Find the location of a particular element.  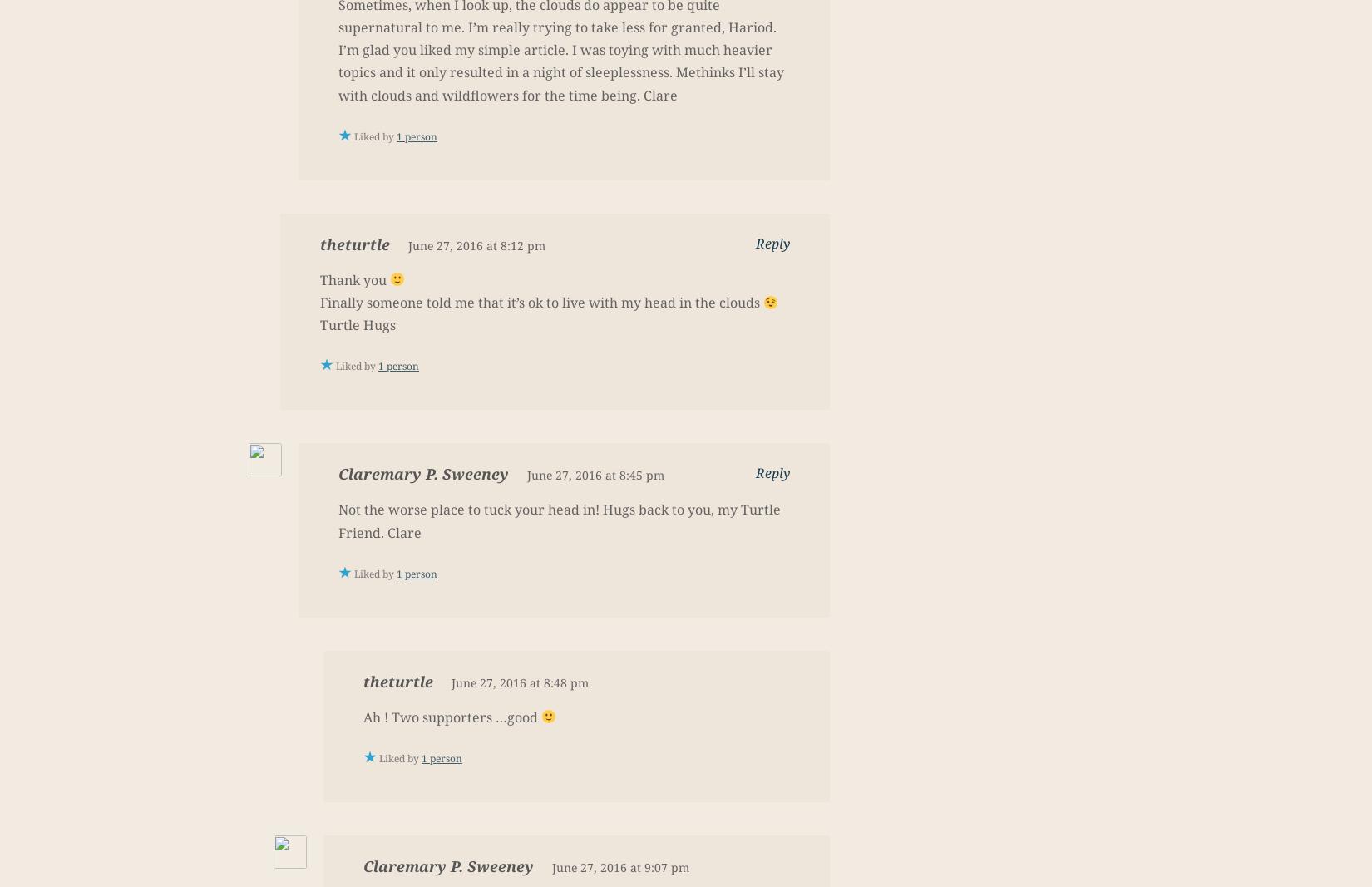

'June 27, 2016 at 8:45 pm' is located at coordinates (526, 475).